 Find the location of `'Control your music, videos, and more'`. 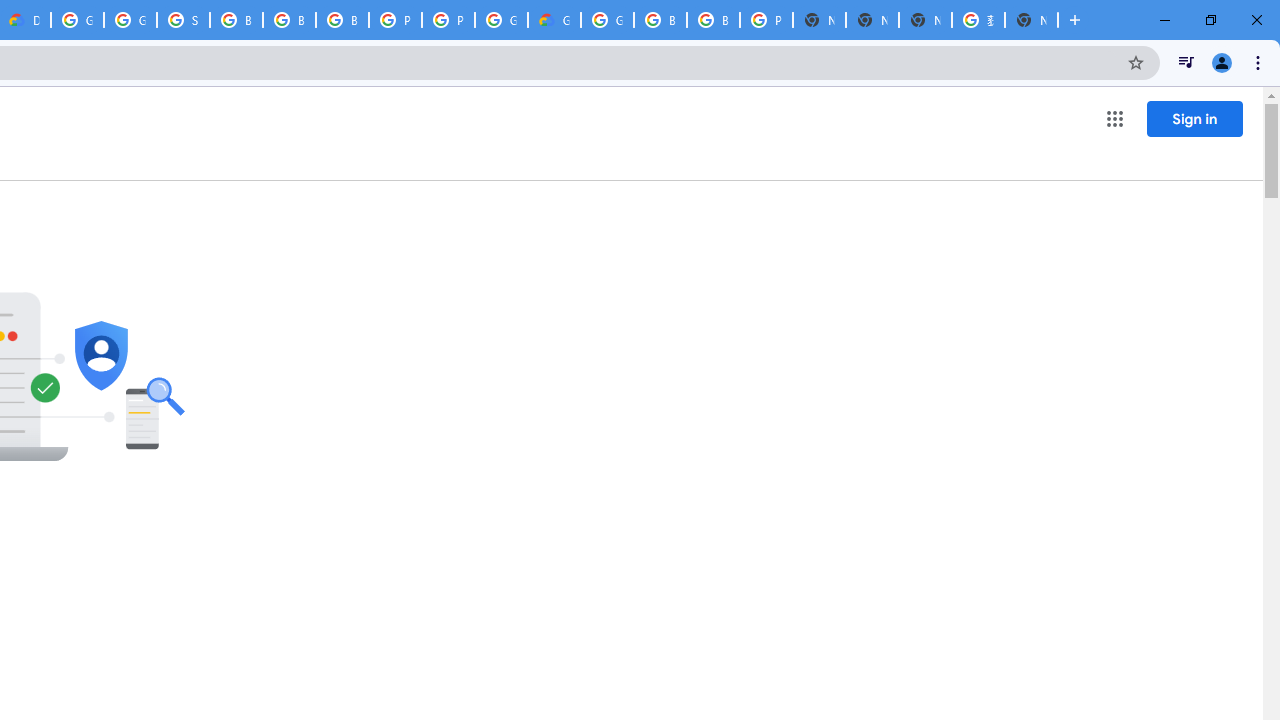

'Control your music, videos, and more' is located at coordinates (1185, 61).